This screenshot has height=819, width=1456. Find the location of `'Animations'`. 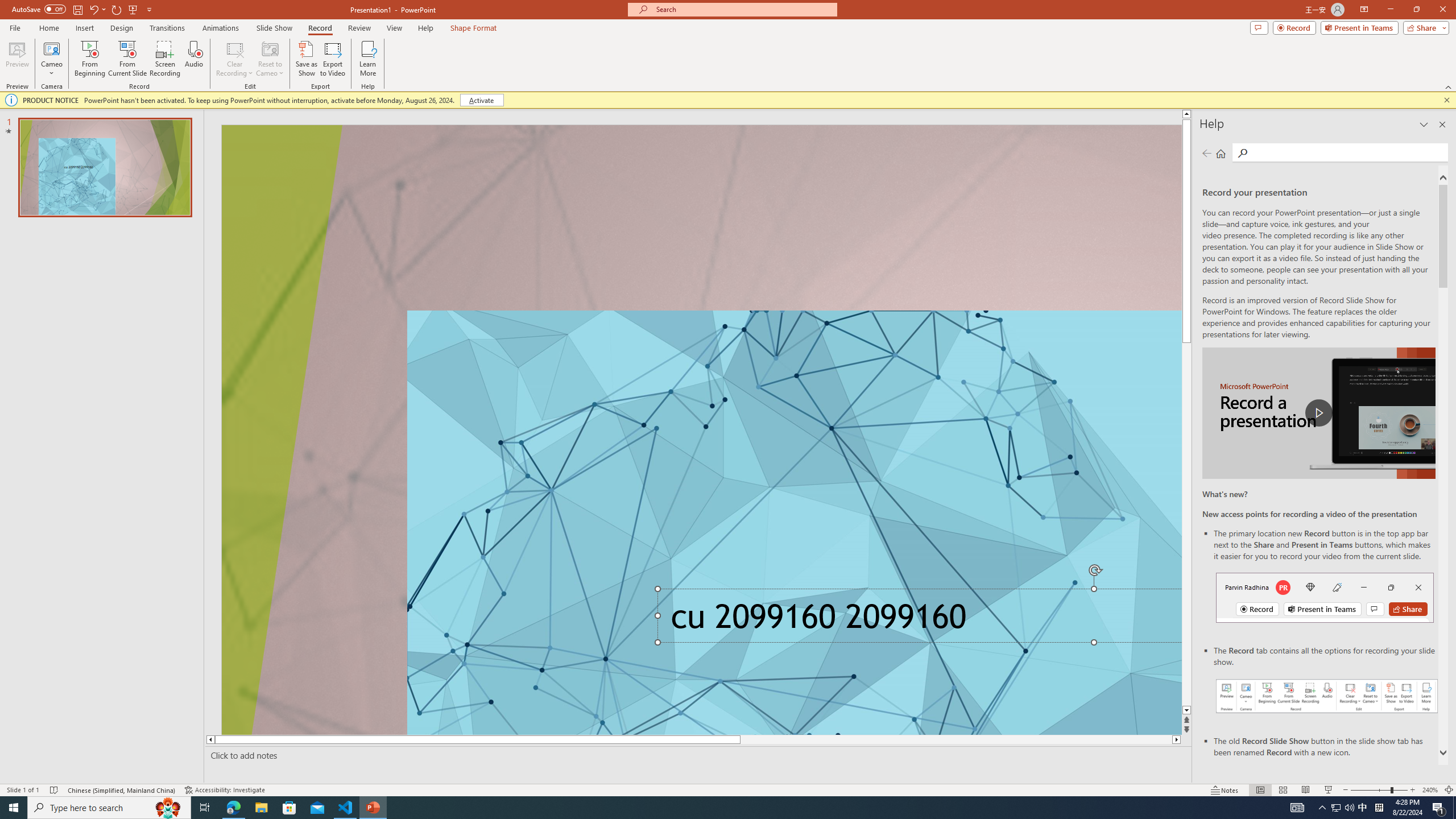

'Animations' is located at coordinates (220, 28).